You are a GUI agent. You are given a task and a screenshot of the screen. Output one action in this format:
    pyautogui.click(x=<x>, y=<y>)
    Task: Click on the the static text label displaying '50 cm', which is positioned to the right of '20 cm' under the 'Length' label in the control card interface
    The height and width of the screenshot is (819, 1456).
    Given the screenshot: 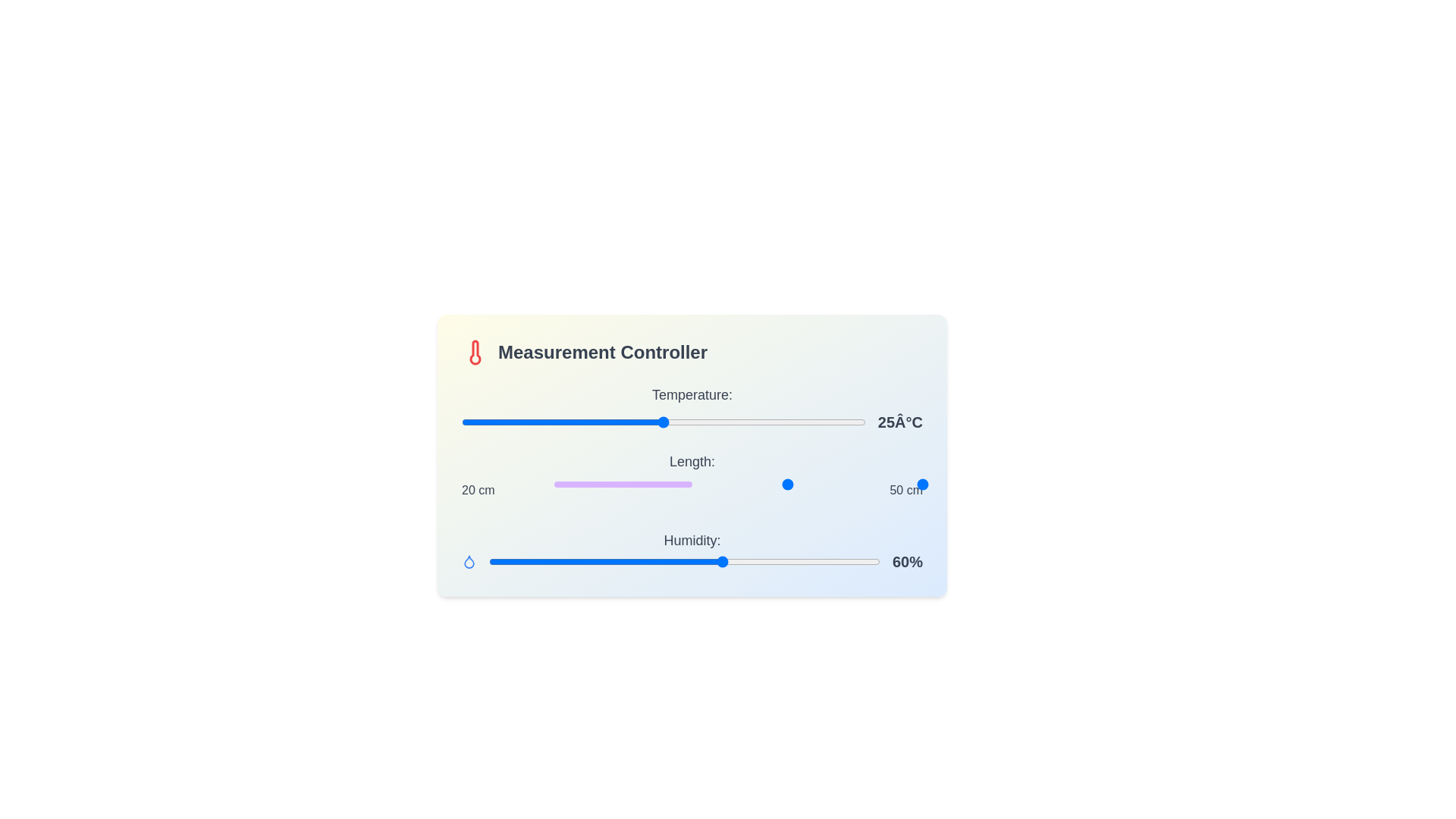 What is the action you would take?
    pyautogui.click(x=906, y=491)
    